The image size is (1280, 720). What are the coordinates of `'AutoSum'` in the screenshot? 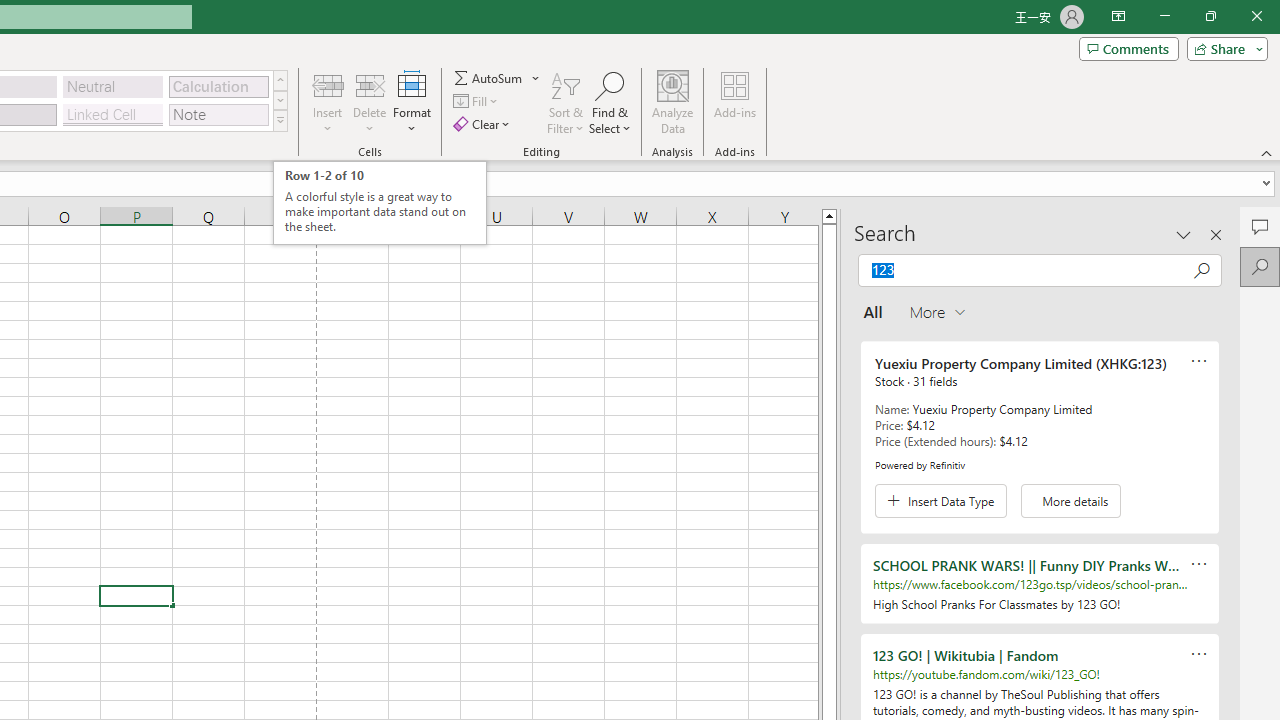 It's located at (497, 77).